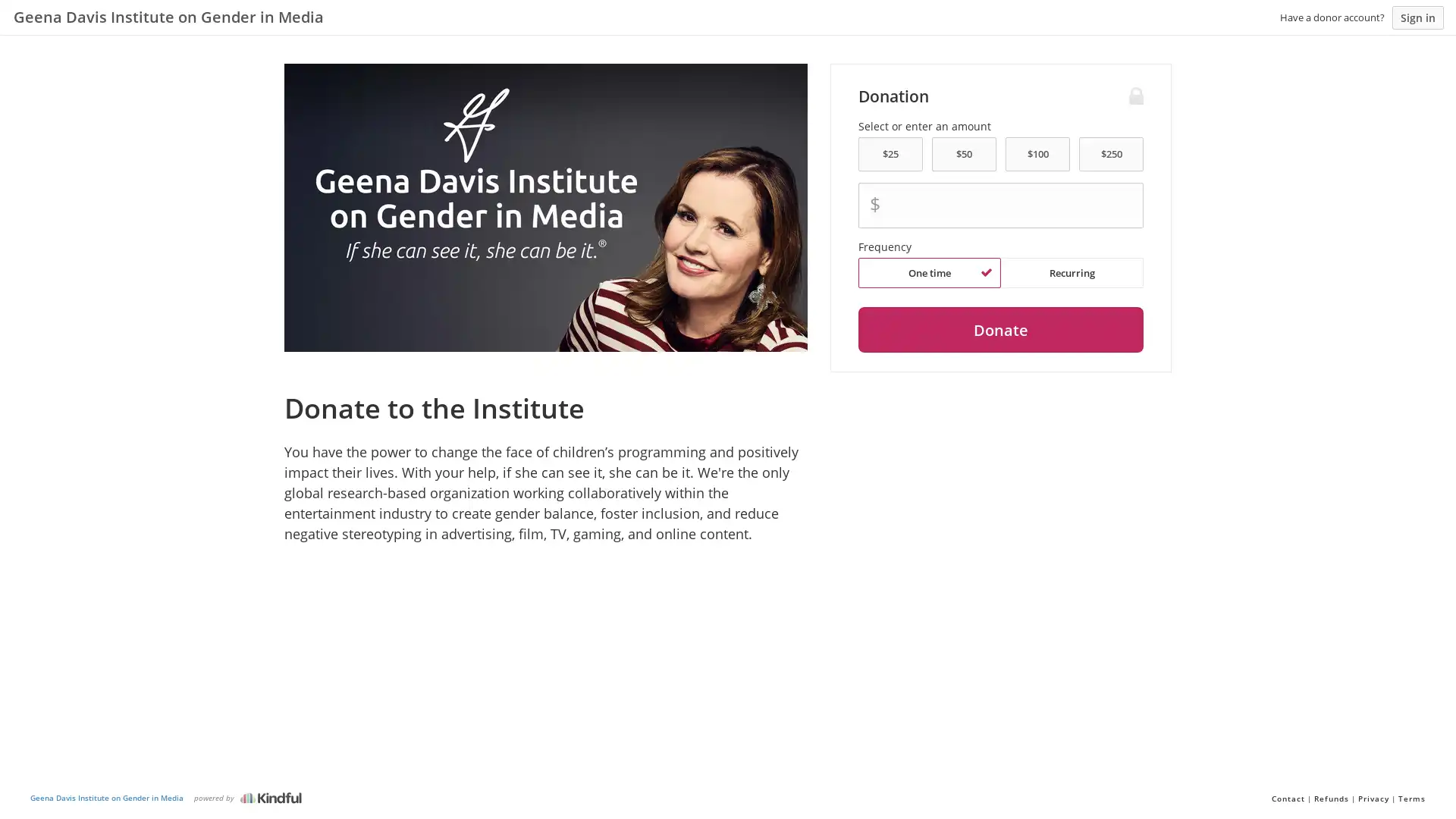 The height and width of the screenshot is (819, 1456). What do you see at coordinates (890, 154) in the screenshot?
I see `$25` at bounding box center [890, 154].